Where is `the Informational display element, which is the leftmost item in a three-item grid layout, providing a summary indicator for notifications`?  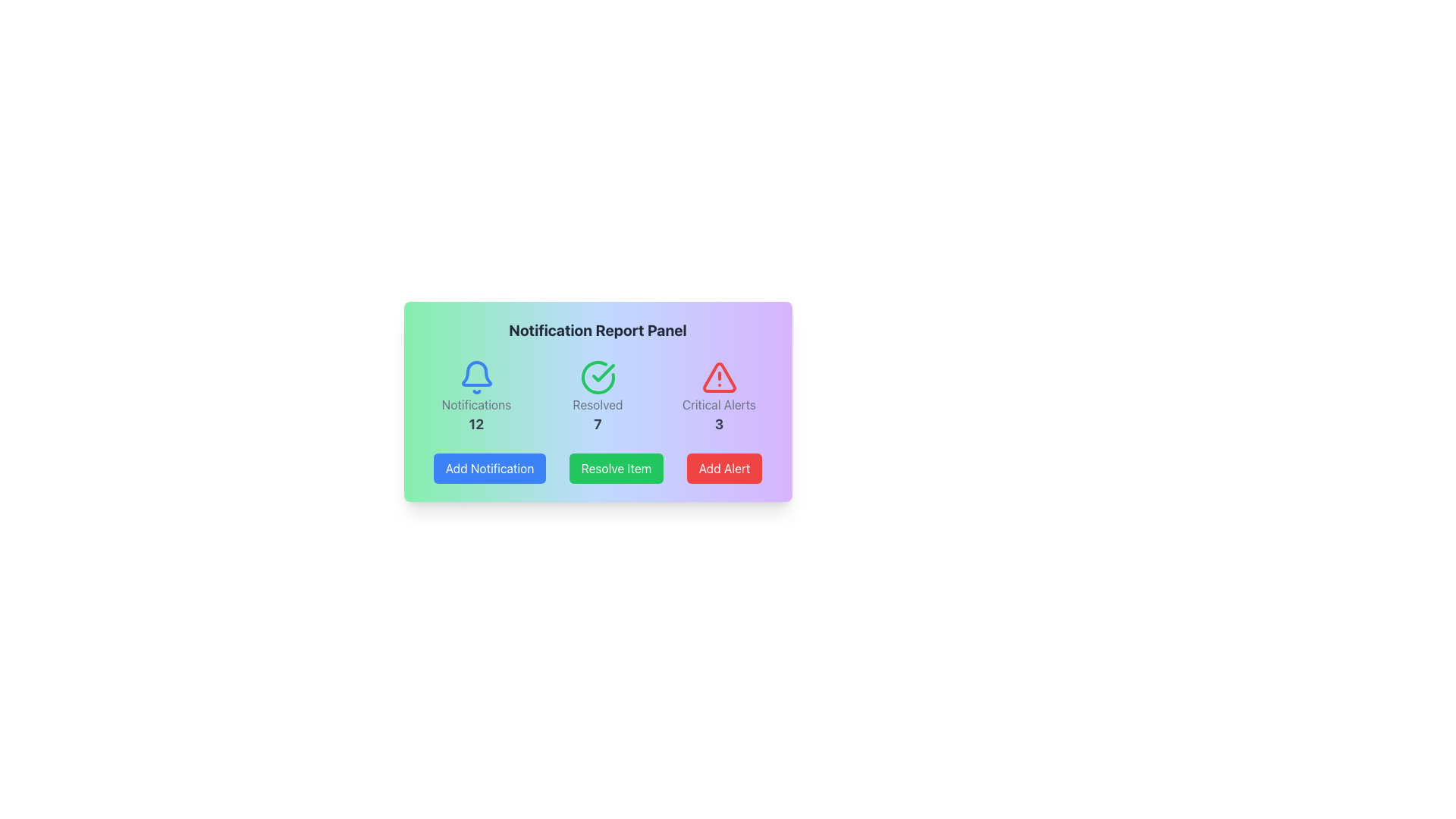
the Informational display element, which is the leftmost item in a three-item grid layout, providing a summary indicator for notifications is located at coordinates (475, 397).